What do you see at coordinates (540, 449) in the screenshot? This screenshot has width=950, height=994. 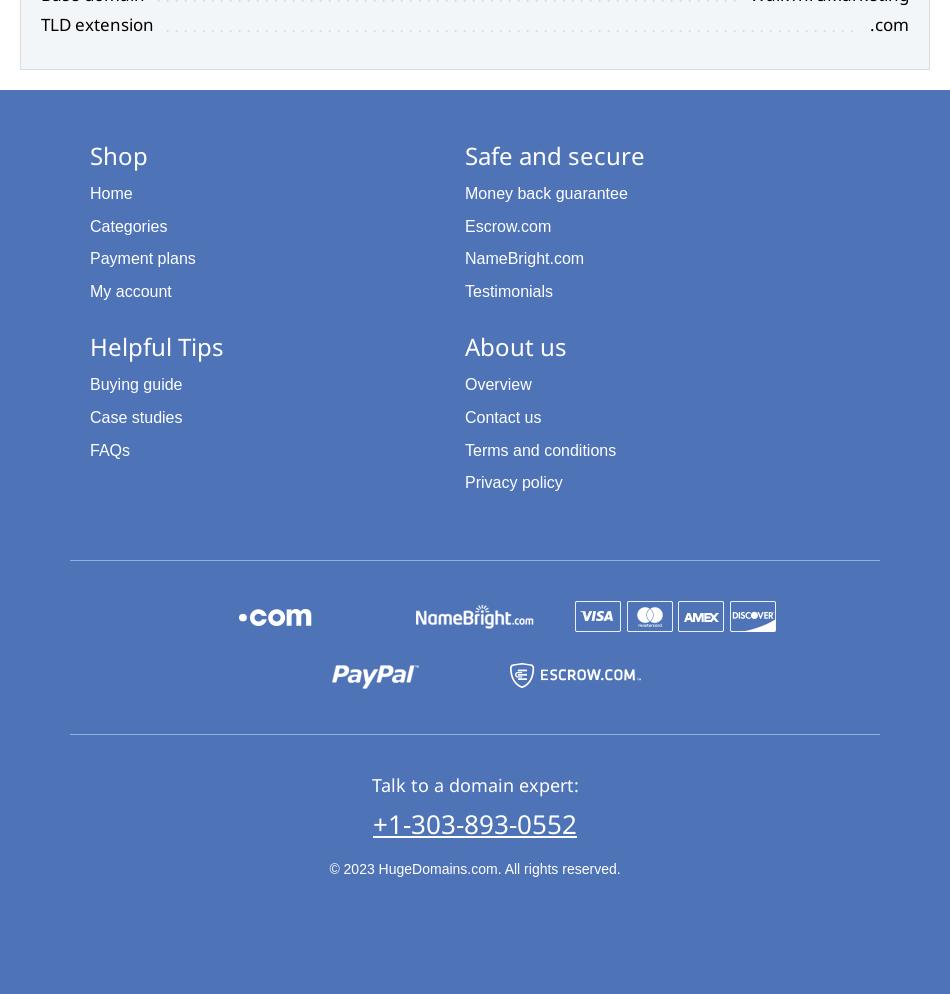 I see `'Terms and conditions'` at bounding box center [540, 449].